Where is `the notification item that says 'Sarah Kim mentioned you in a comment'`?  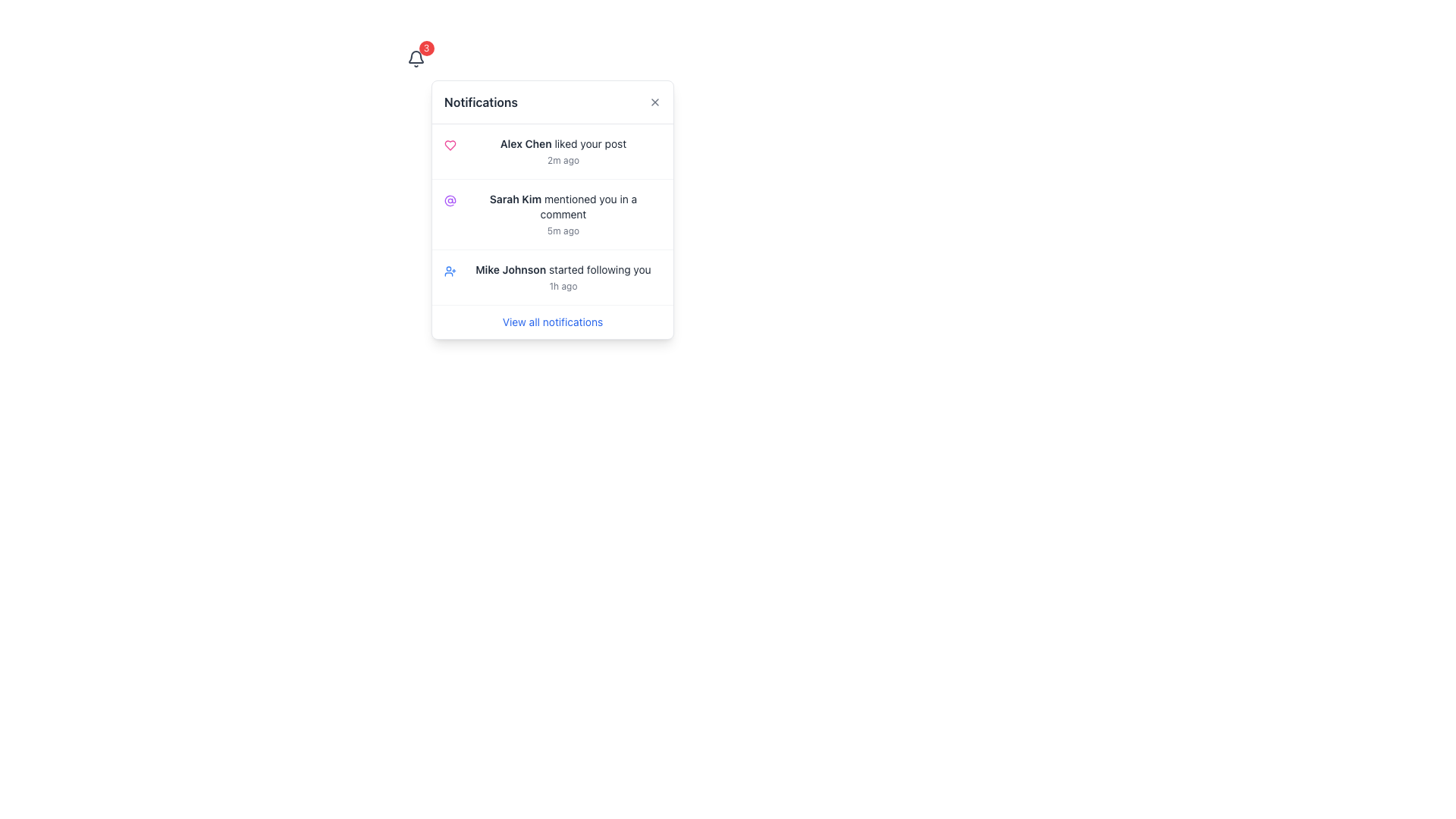
the notification item that says 'Sarah Kim mentioned you in a comment' is located at coordinates (552, 215).